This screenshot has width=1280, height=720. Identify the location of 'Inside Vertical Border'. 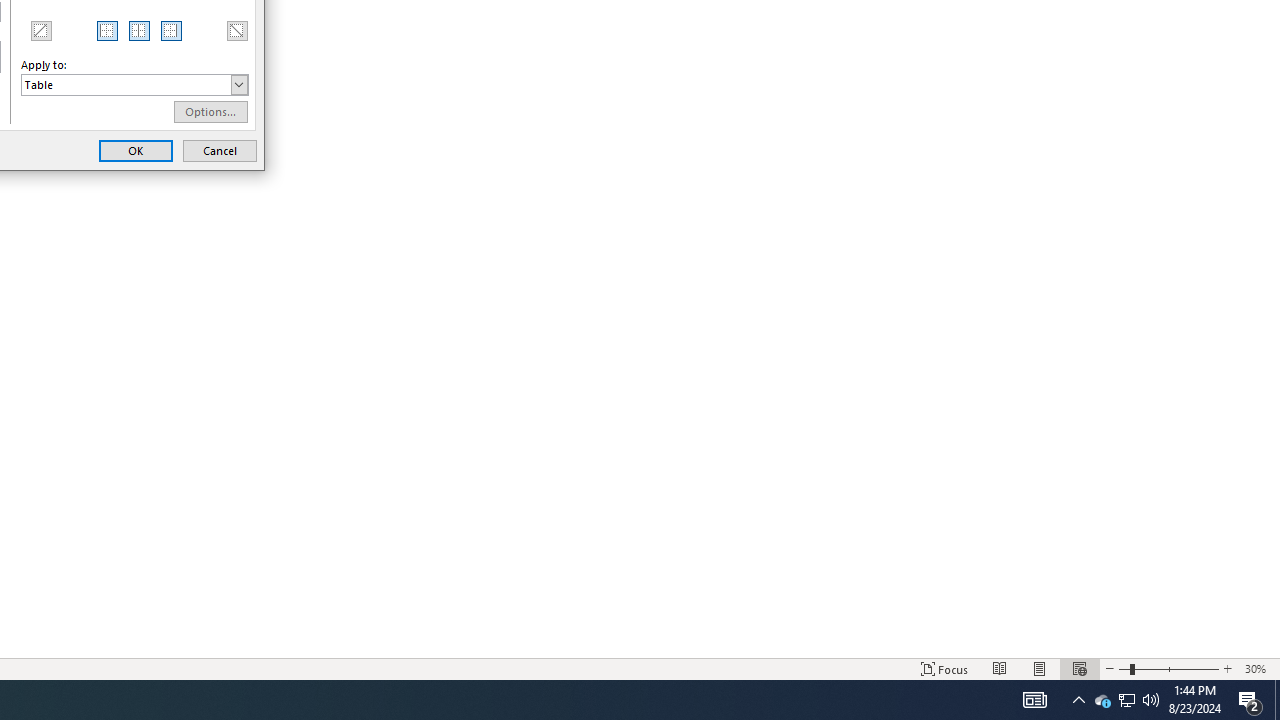
(138, 30).